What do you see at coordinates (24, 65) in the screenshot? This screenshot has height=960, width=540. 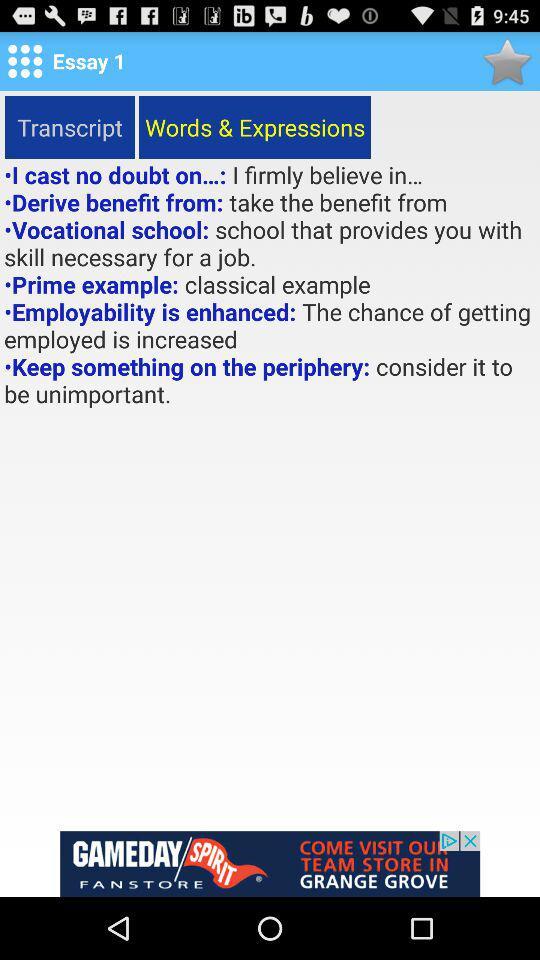 I see `the dialpad icon` at bounding box center [24, 65].